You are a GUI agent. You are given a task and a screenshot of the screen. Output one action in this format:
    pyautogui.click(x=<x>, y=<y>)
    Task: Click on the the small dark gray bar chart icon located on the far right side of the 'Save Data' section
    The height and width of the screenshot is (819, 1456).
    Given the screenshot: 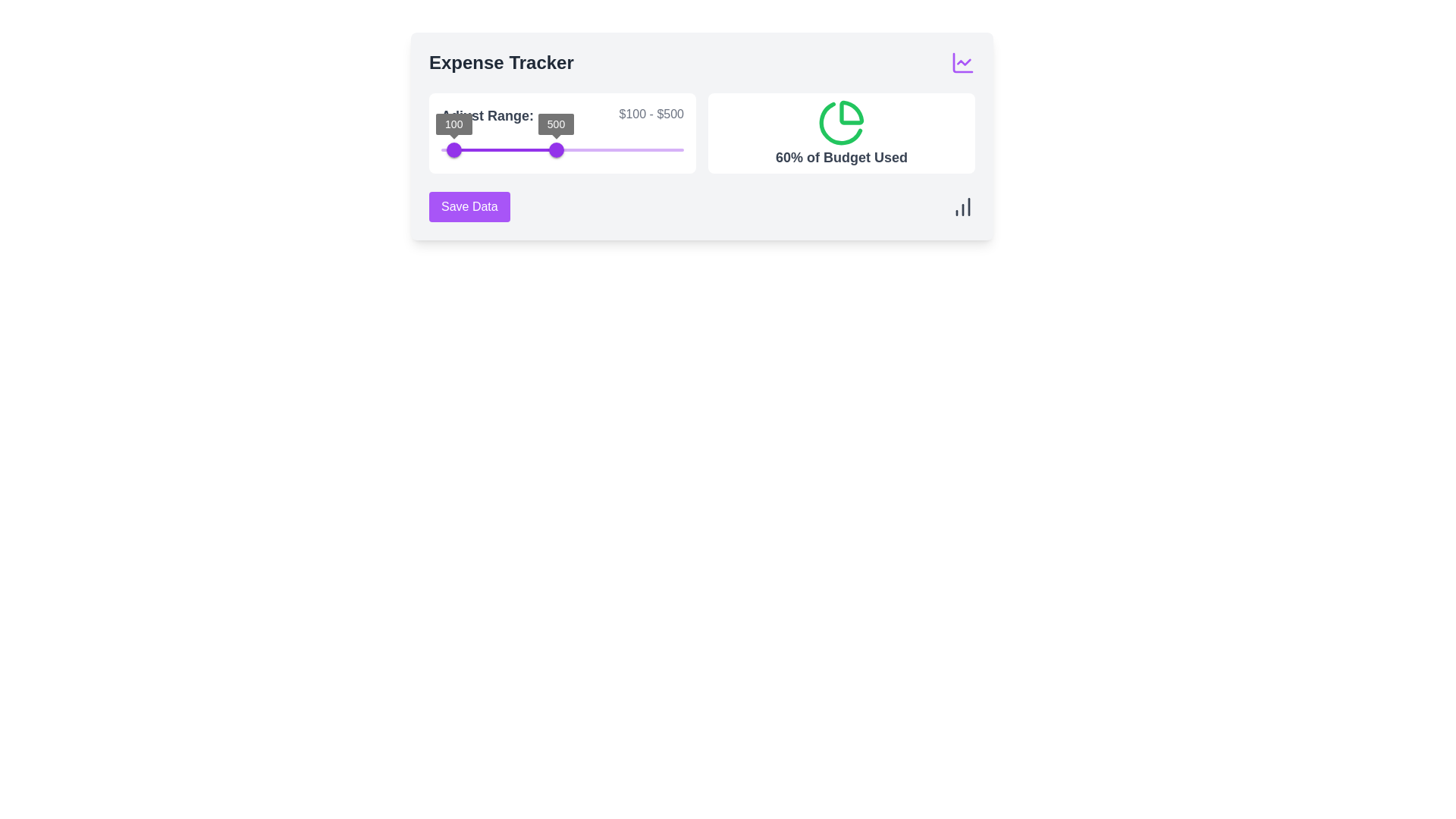 What is the action you would take?
    pyautogui.click(x=962, y=207)
    